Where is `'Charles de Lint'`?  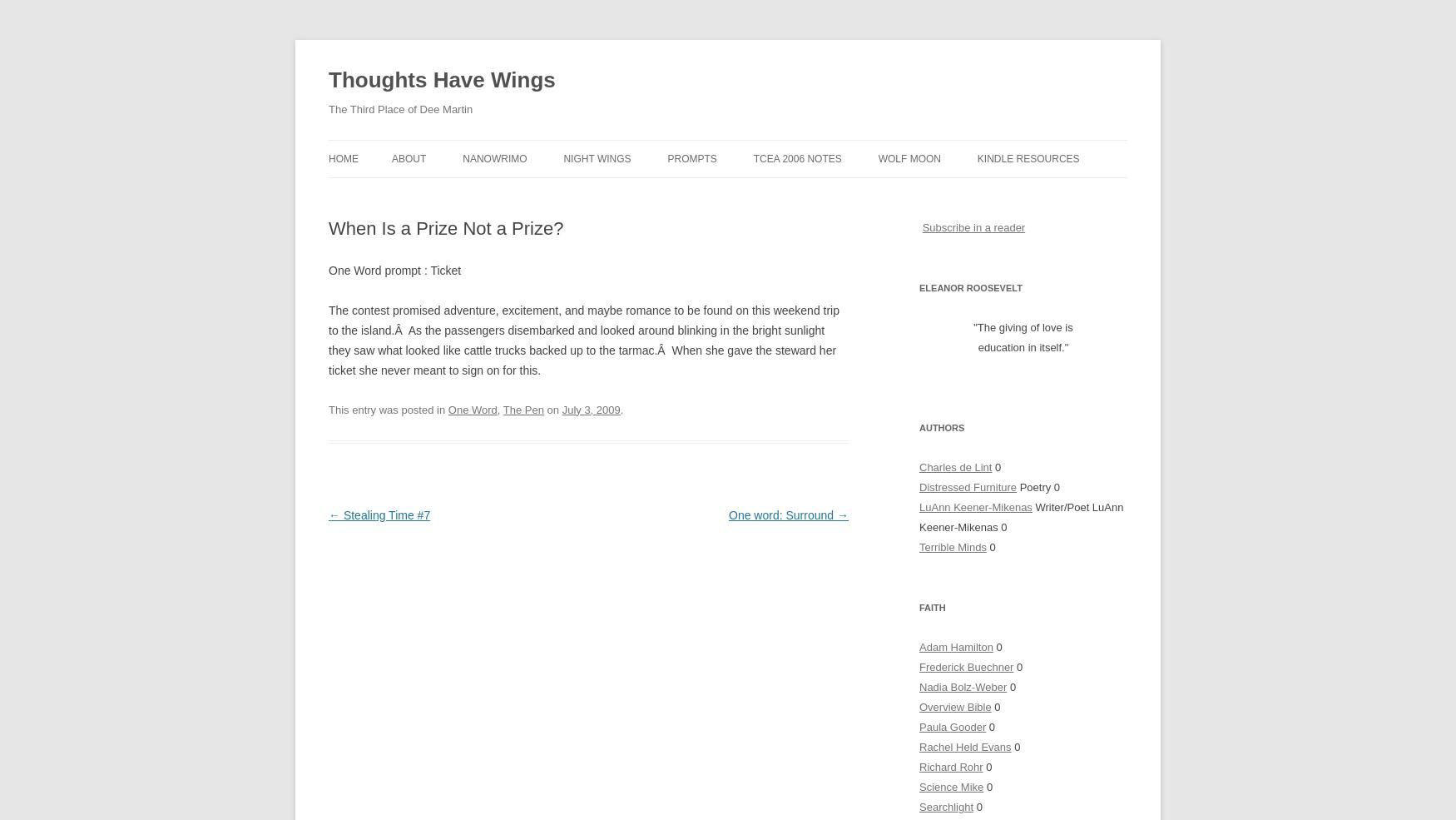 'Charles de Lint' is located at coordinates (954, 467).